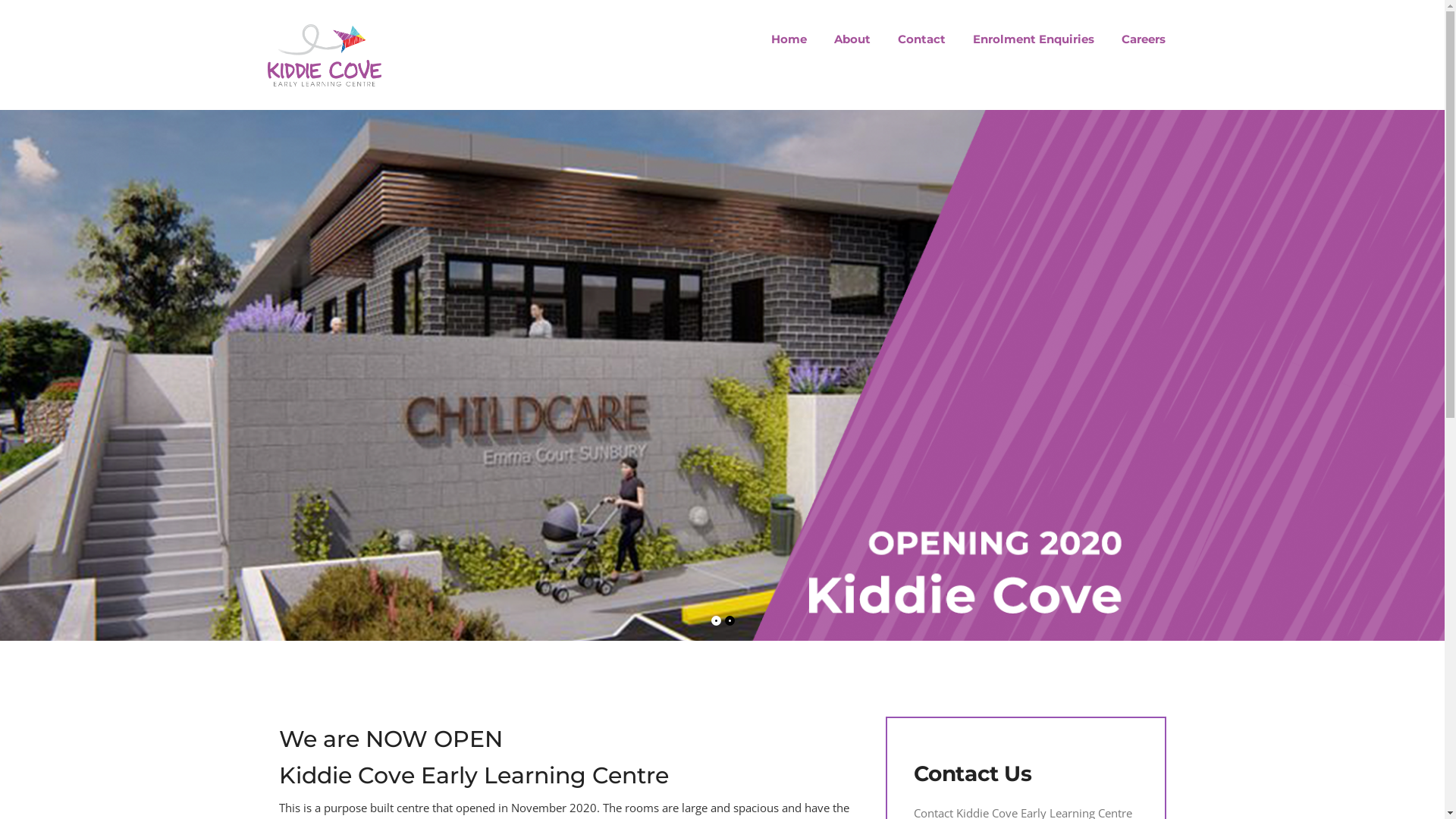  What do you see at coordinates (959, 38) in the screenshot?
I see `'Enrolment Enquiries'` at bounding box center [959, 38].